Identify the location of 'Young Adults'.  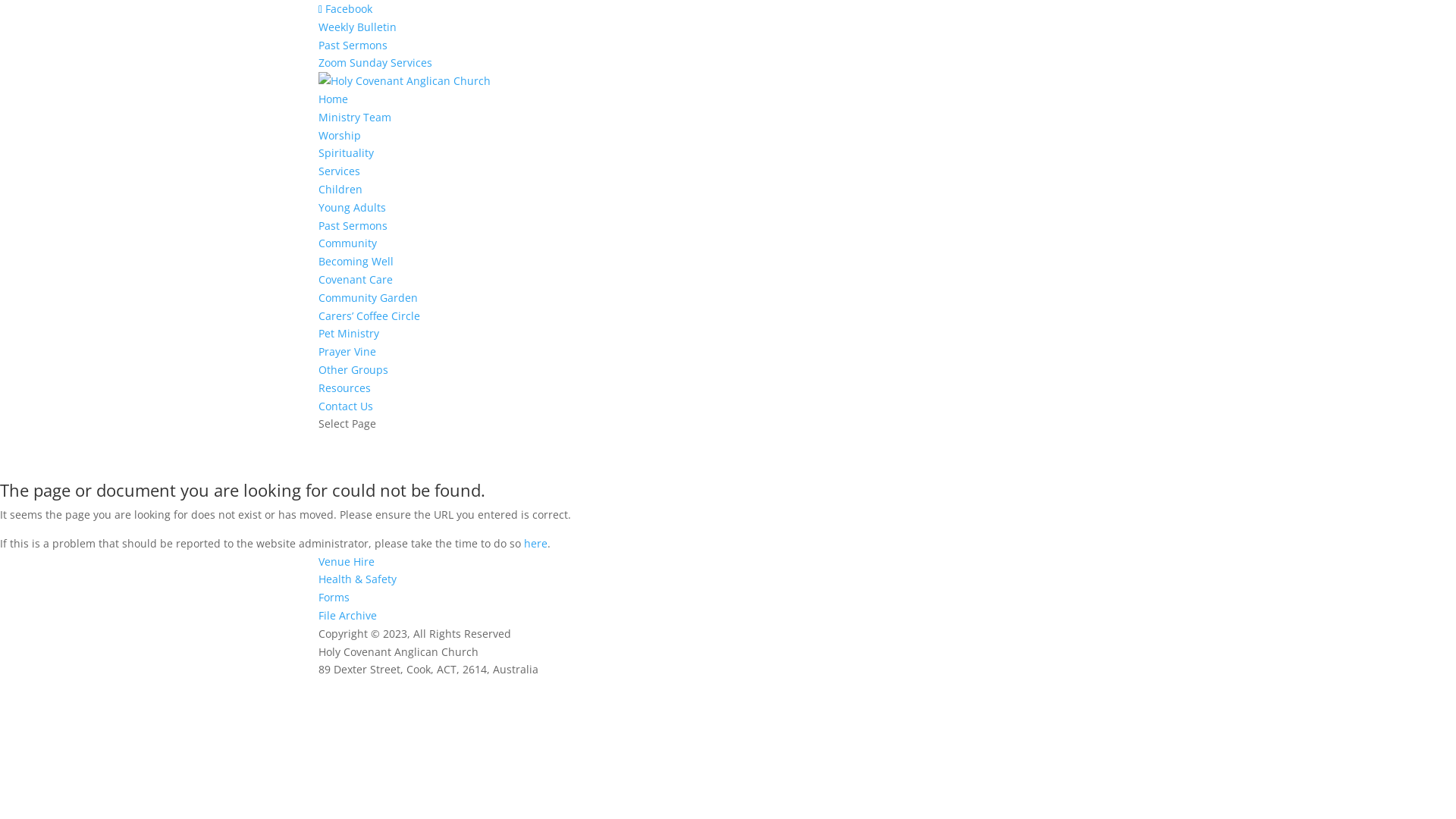
(318, 207).